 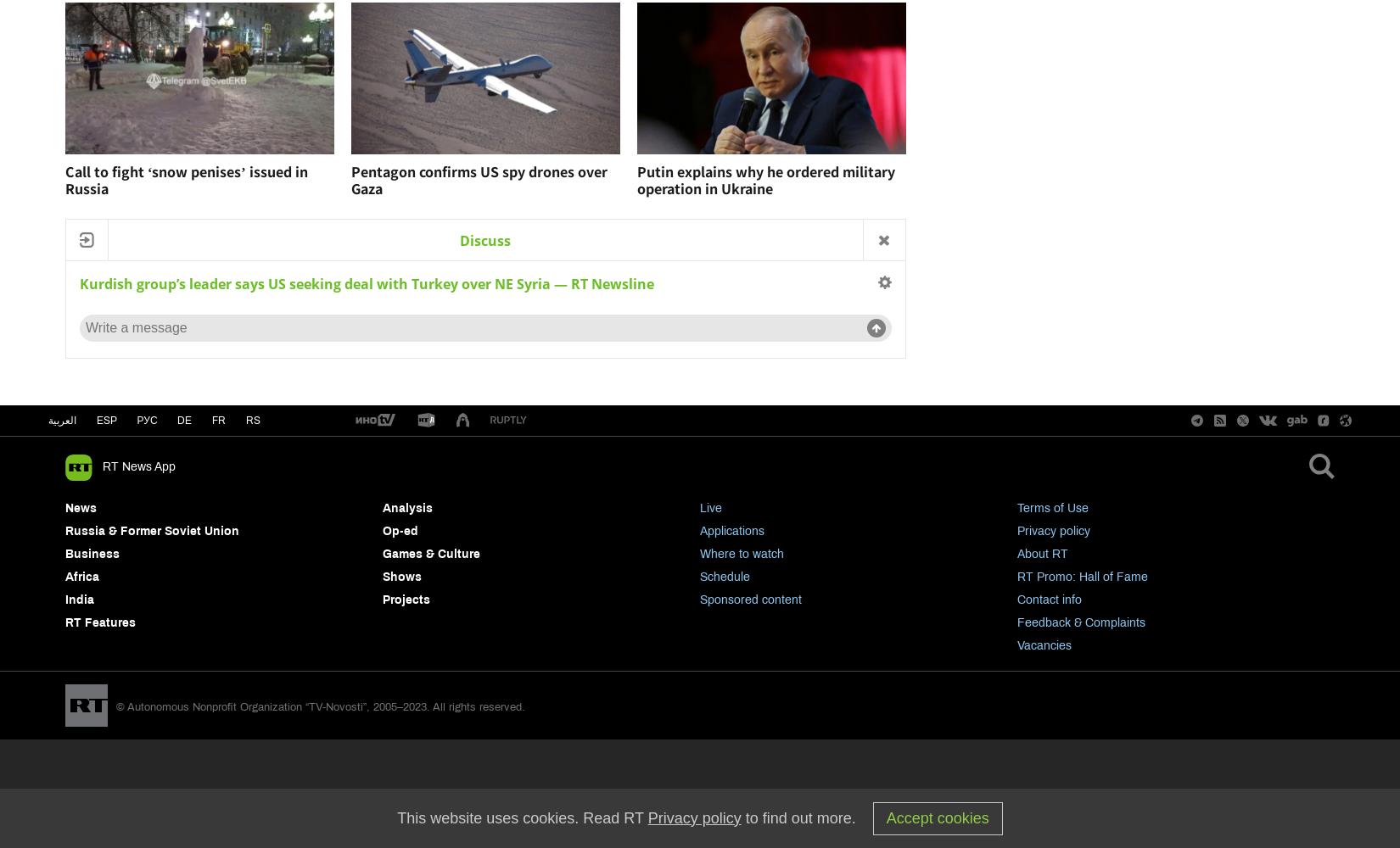 I want to click on '© Autonomous Nonprofit Organization “TV-Novosti”, 2005–2023. All rights reserved.', so click(x=321, y=706).